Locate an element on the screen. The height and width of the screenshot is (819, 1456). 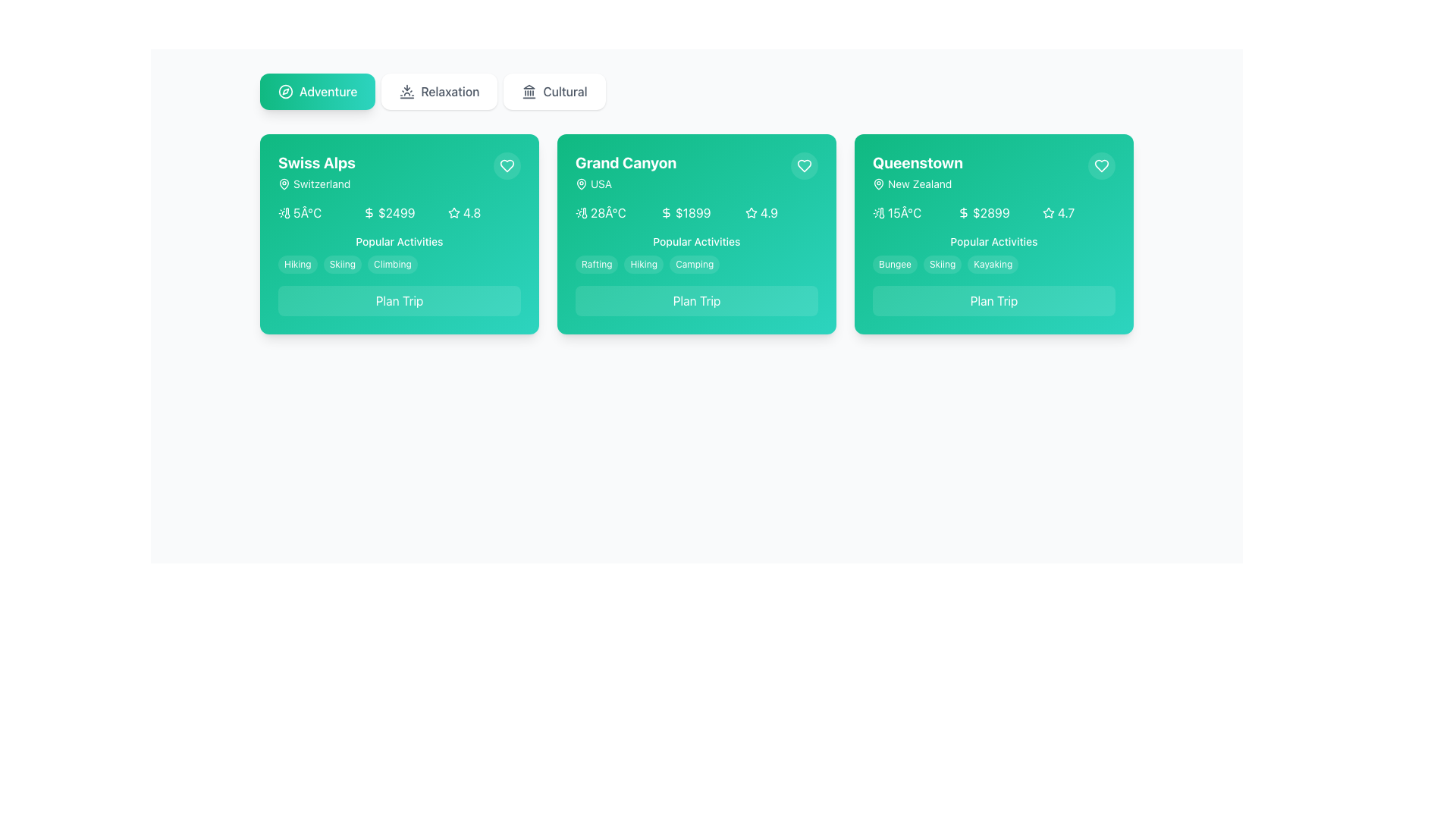
the location marker icon that visually represents the Grand Canyon's position in the USA, located to the left of the 'USA' text on the Grand Canyon card is located at coordinates (581, 184).